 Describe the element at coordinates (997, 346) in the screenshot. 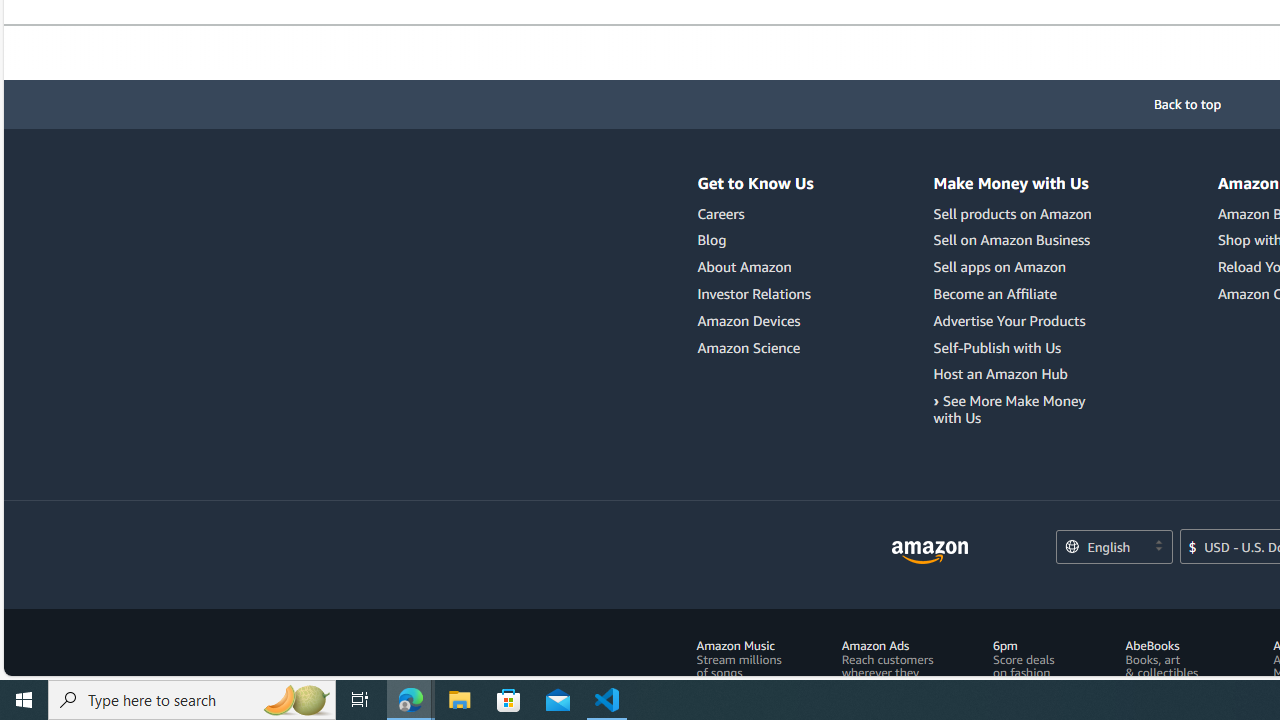

I see `'Self-Publish with Us'` at that location.